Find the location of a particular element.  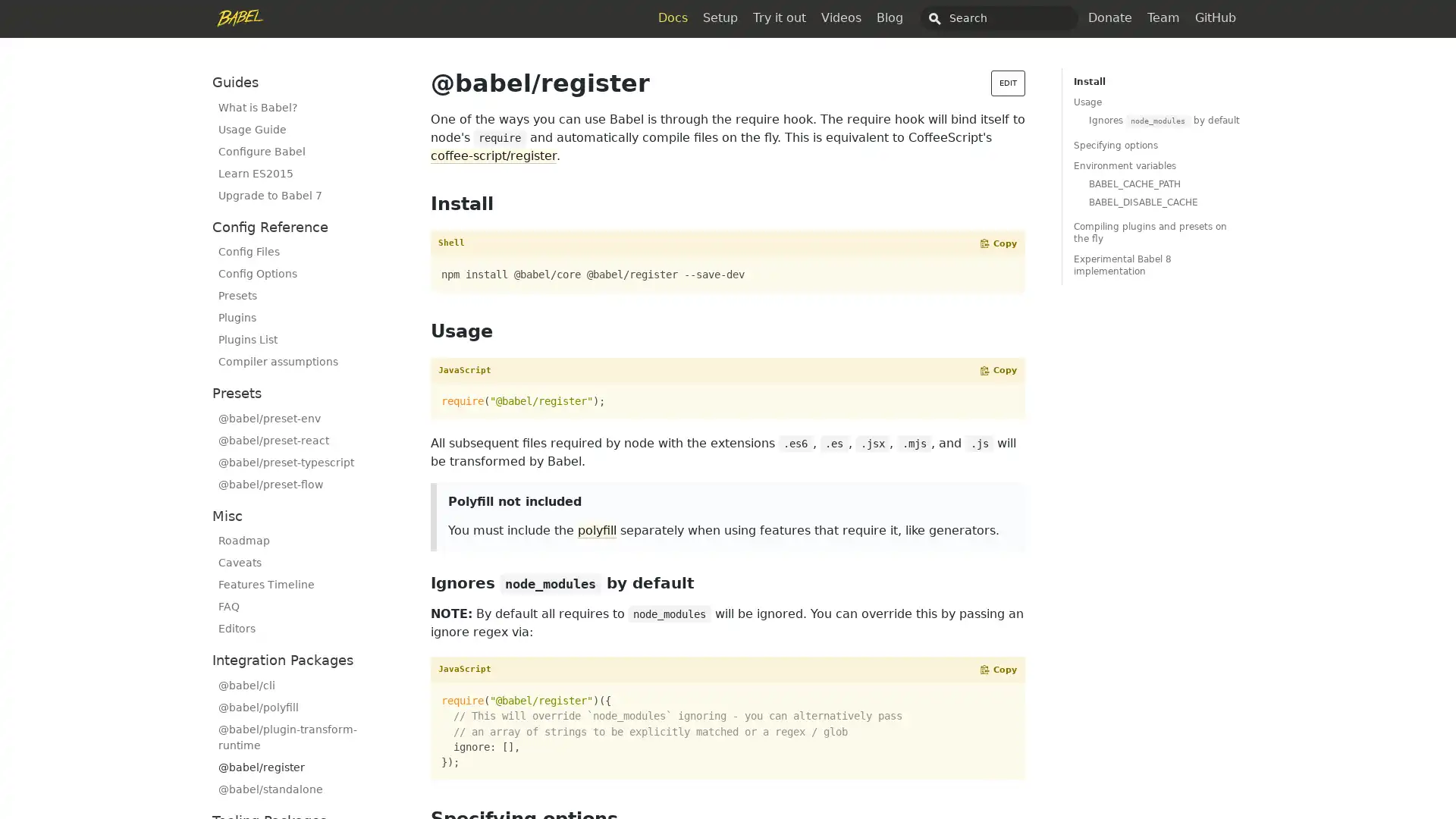

Copy code to clipboard is located at coordinates (998, 370).